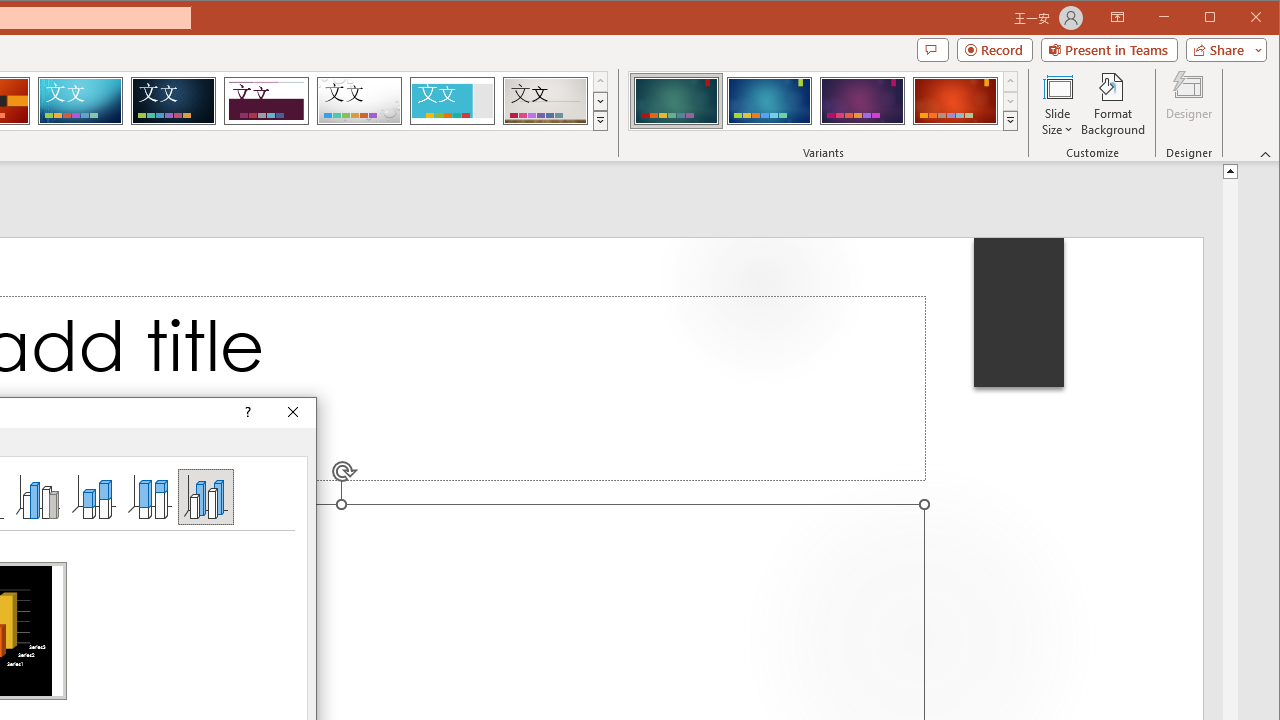  What do you see at coordinates (148, 495) in the screenshot?
I see `'3-D 100% Stacked Column'` at bounding box center [148, 495].